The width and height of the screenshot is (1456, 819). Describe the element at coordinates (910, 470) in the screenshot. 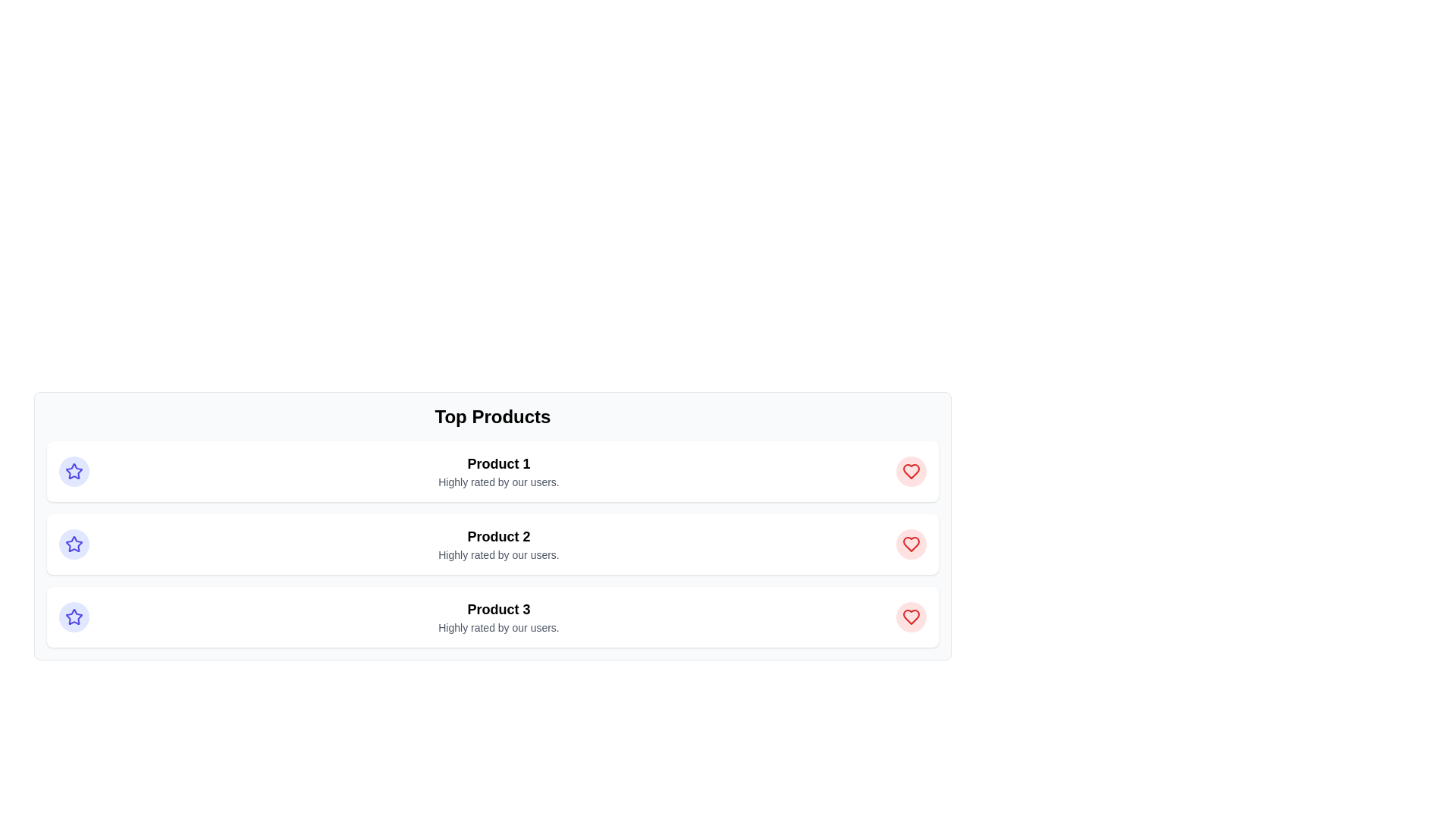

I see `the heart icon button located on the right side of the interface to like the associated product` at that location.